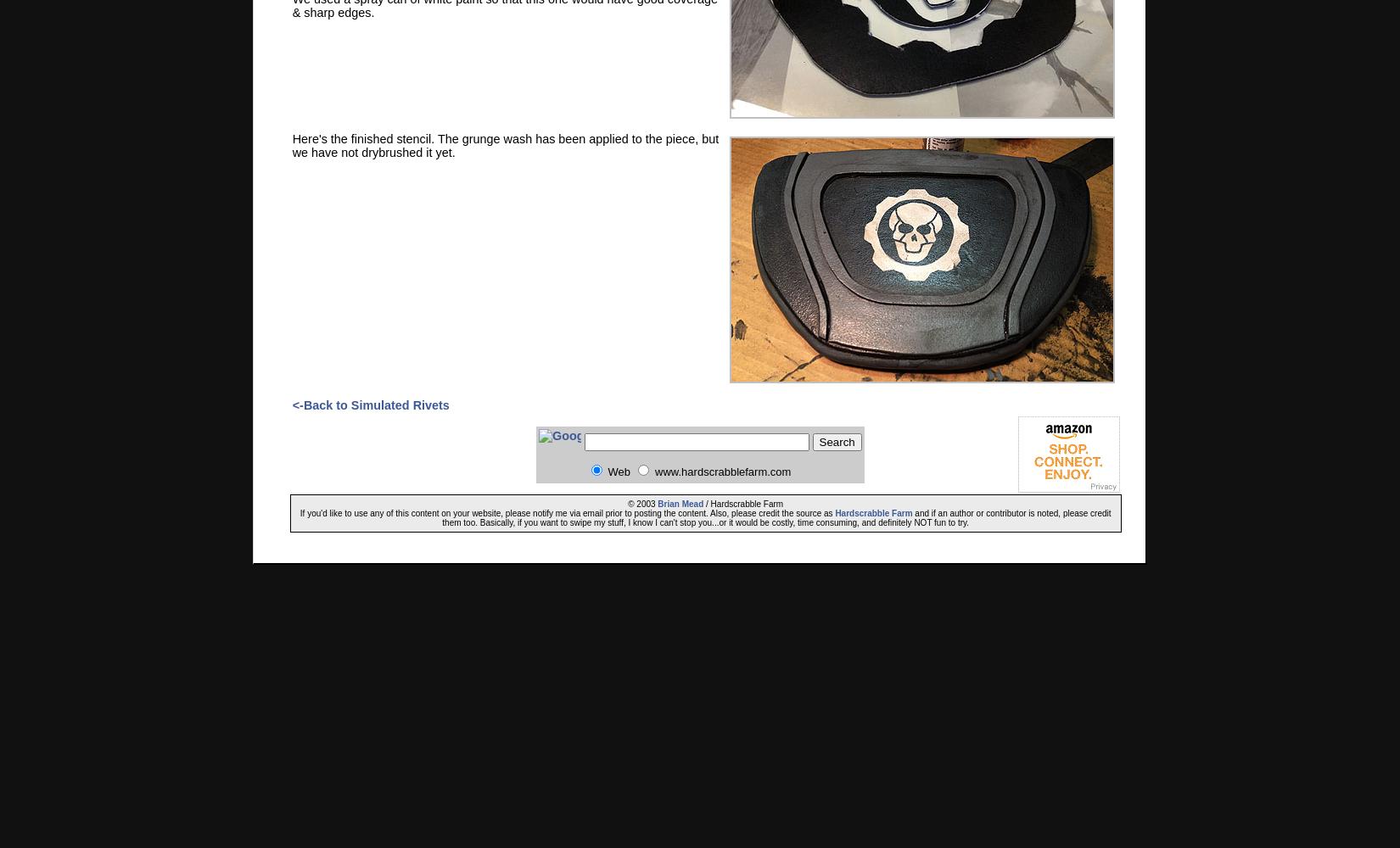  What do you see at coordinates (627, 503) in the screenshot?
I see `'© 2003'` at bounding box center [627, 503].